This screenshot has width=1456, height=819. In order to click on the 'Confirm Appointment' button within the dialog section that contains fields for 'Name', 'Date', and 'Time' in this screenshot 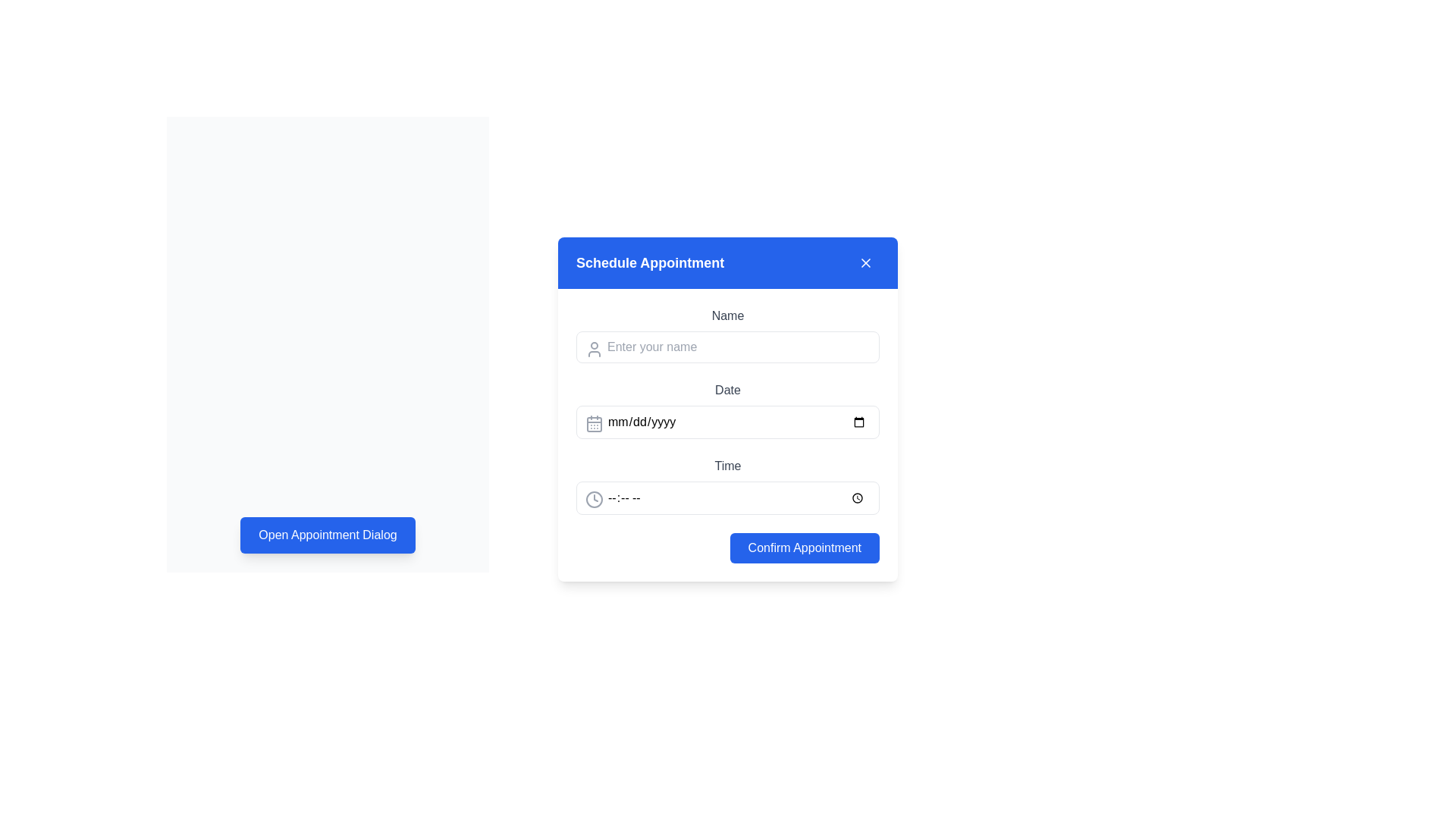, I will do `click(728, 435)`.